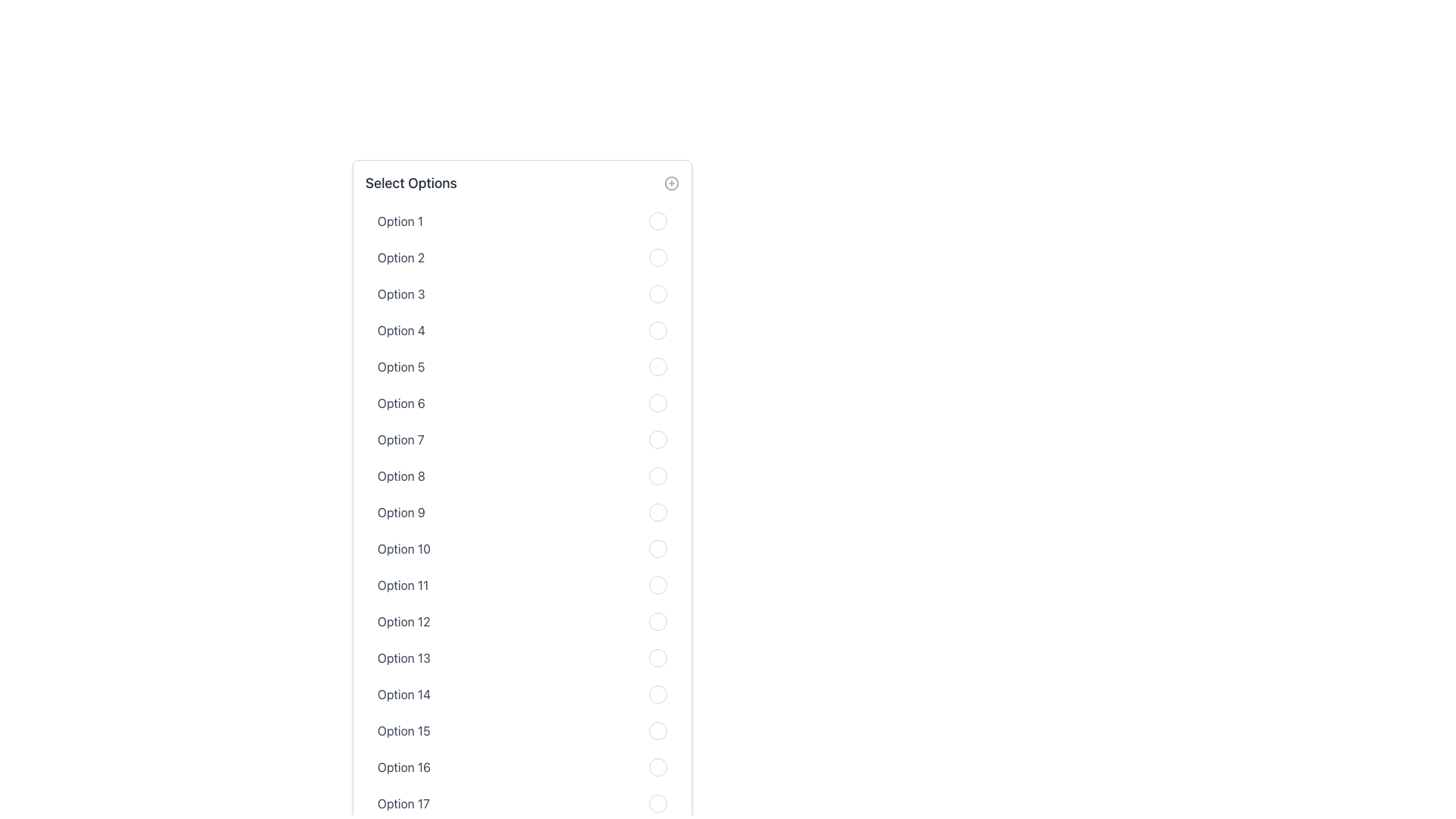 This screenshot has width=1456, height=819. What do you see at coordinates (522, 549) in the screenshot?
I see `the radio button on the right side of the List Item displaying 'Option 10'` at bounding box center [522, 549].